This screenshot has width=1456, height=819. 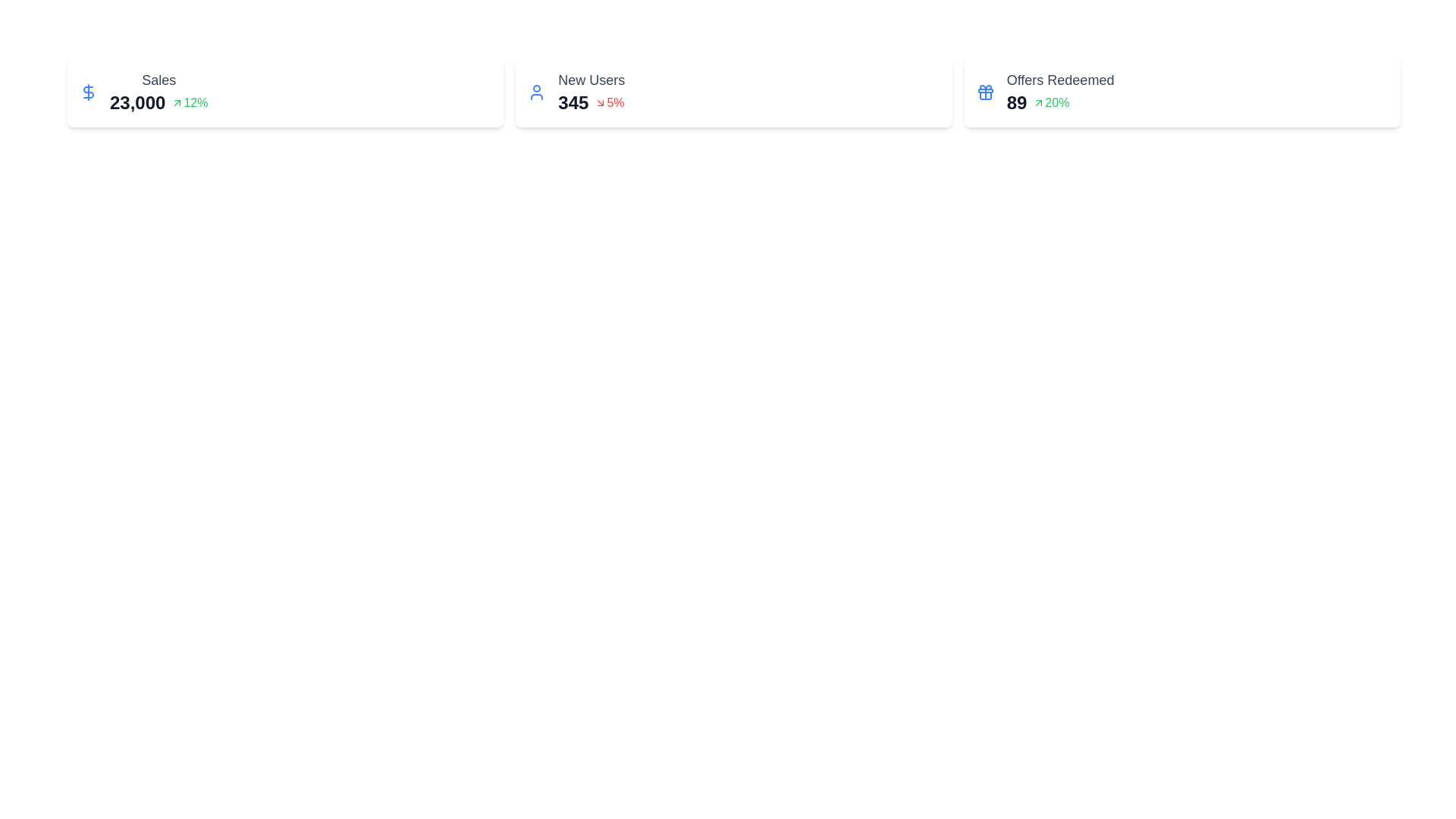 I want to click on the Textual Display element that shows the header 'New Users' with the number '345' and percentage '5%' in red, located in the middle panel, so click(x=591, y=93).